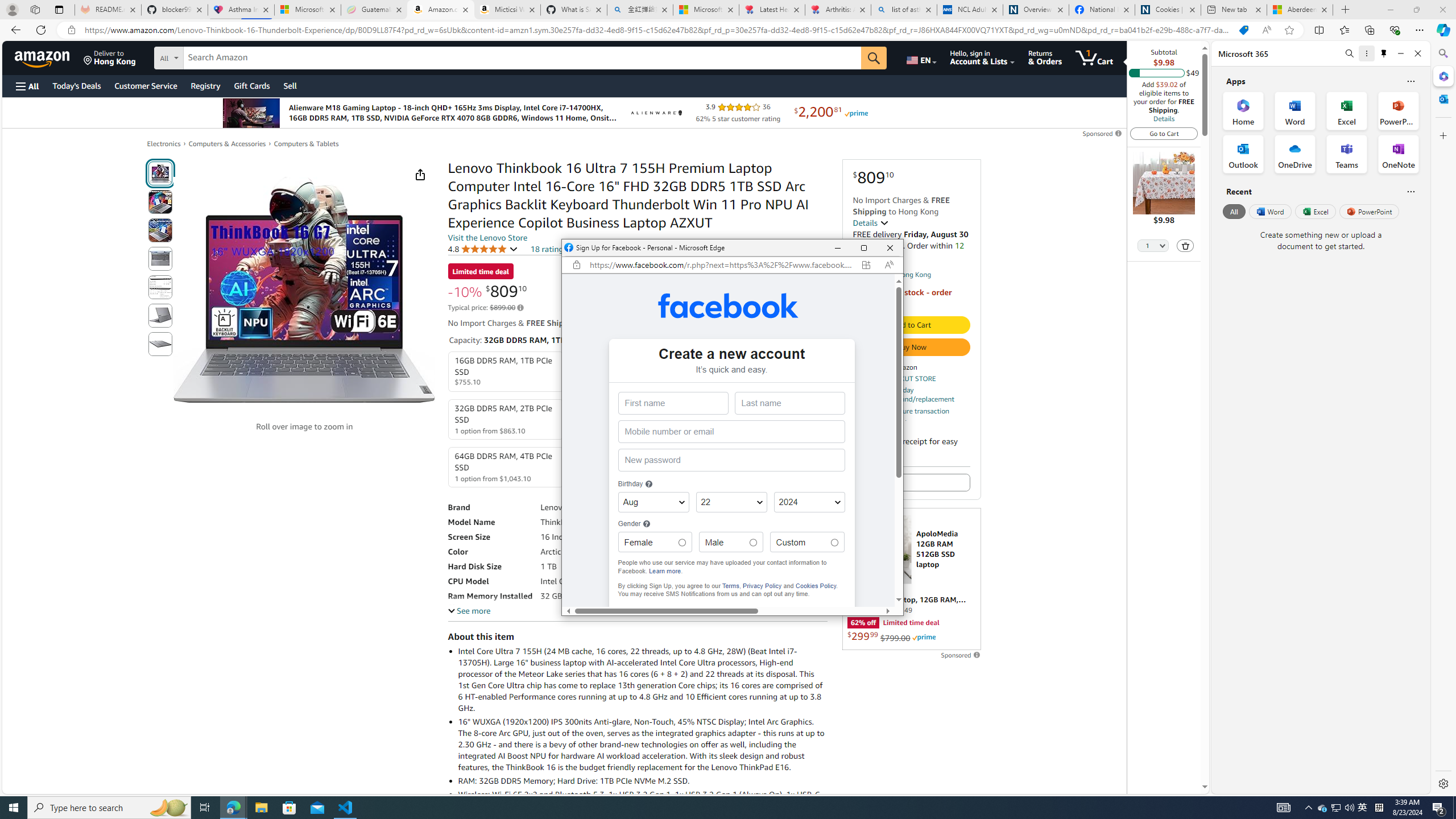 The width and height of the screenshot is (1456, 819). I want to click on 'Visit the Lenovo Store', so click(487, 237).